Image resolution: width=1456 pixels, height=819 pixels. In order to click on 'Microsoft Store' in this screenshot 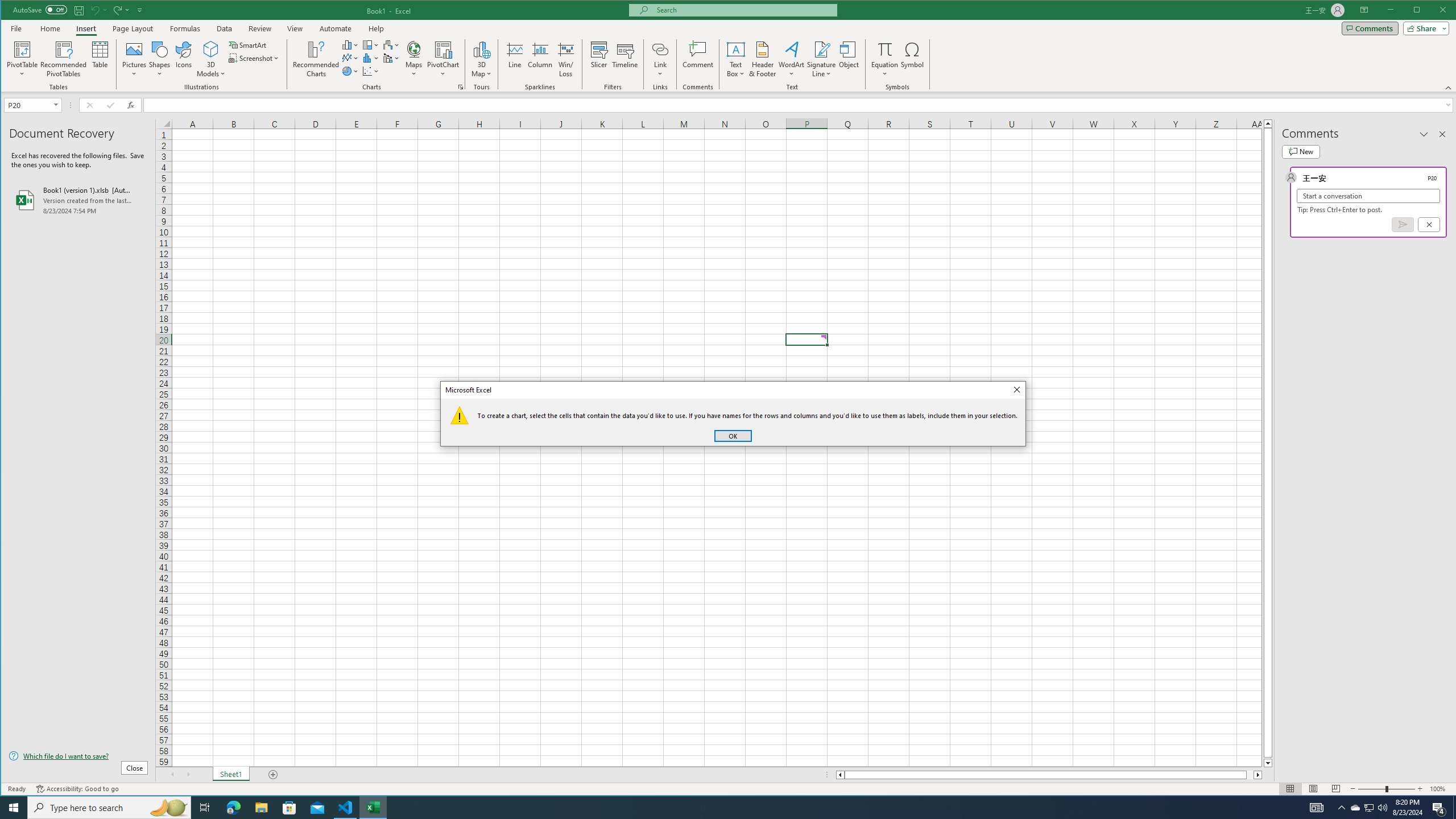, I will do `click(289, 806)`.